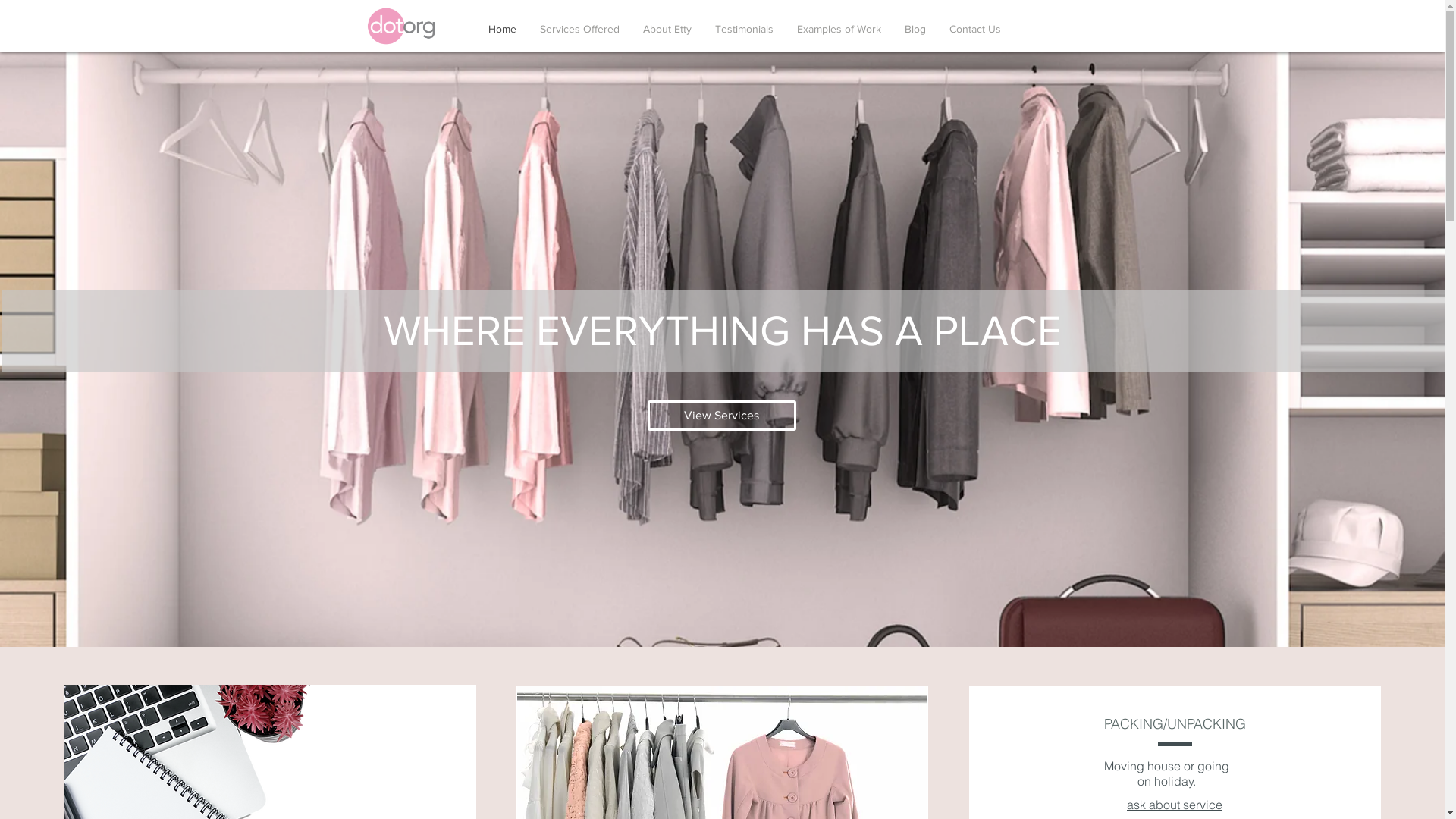  I want to click on 'Contact Us', so click(974, 29).